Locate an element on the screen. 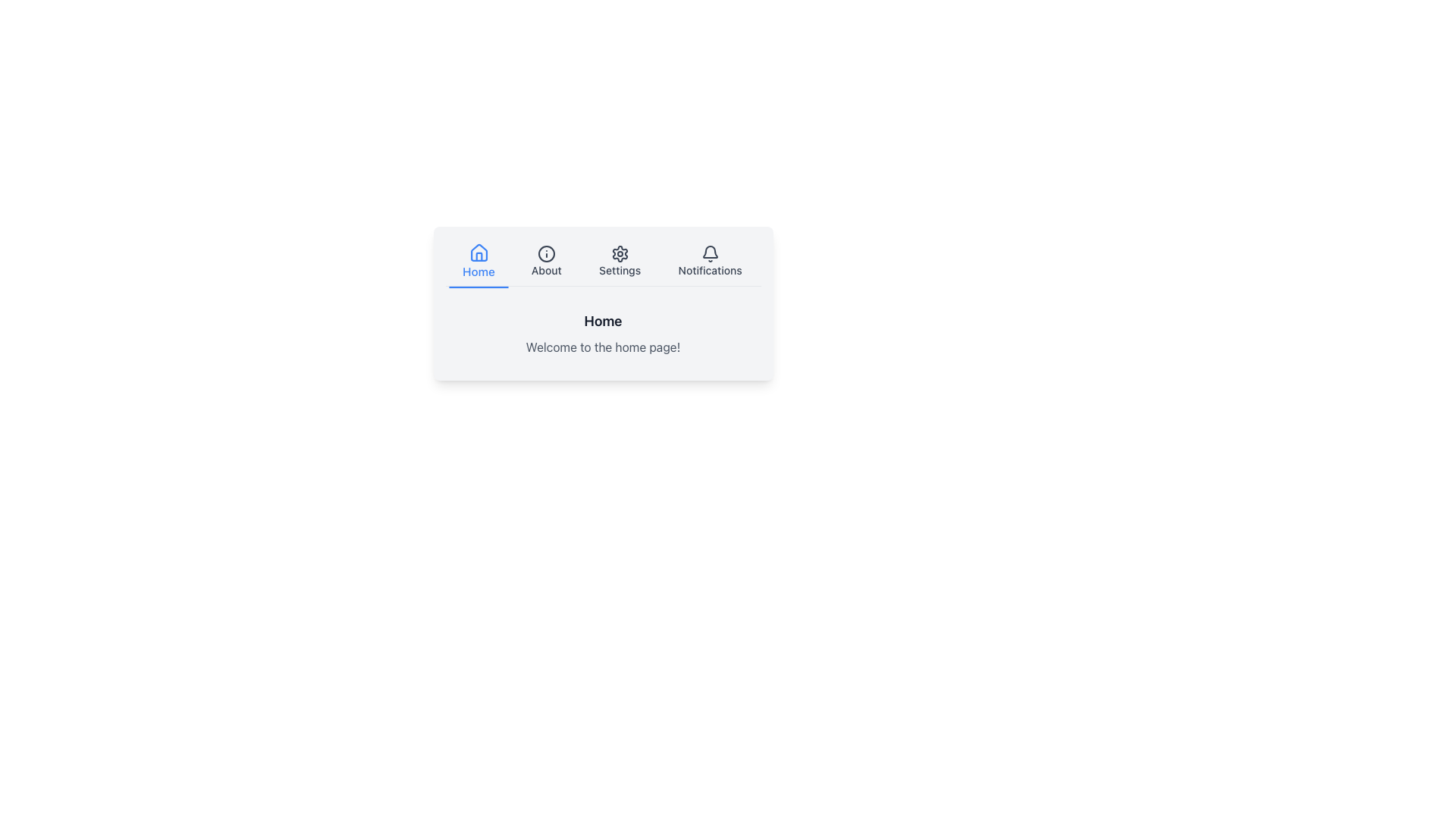  the 'Notifications' button in the navigation bar to trigger the visual style change is located at coordinates (709, 262).